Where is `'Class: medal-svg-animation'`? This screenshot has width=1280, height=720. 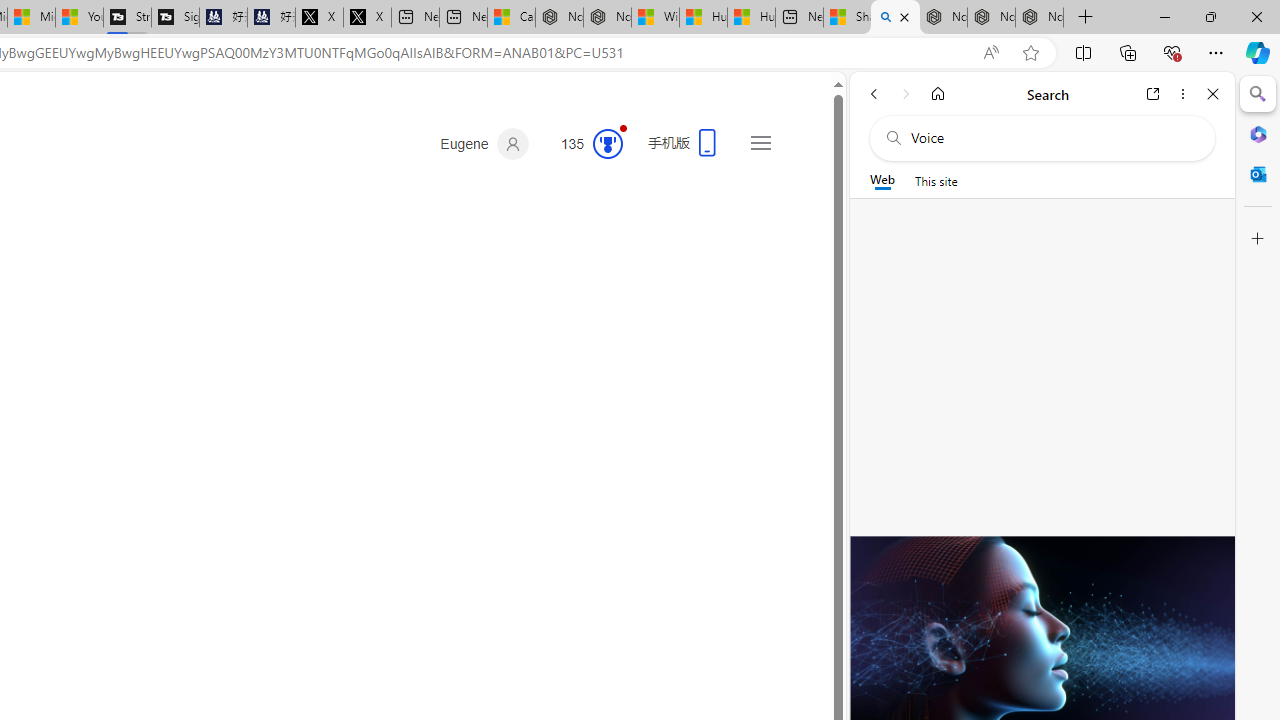
'Class: medal-svg-animation' is located at coordinates (607, 143).